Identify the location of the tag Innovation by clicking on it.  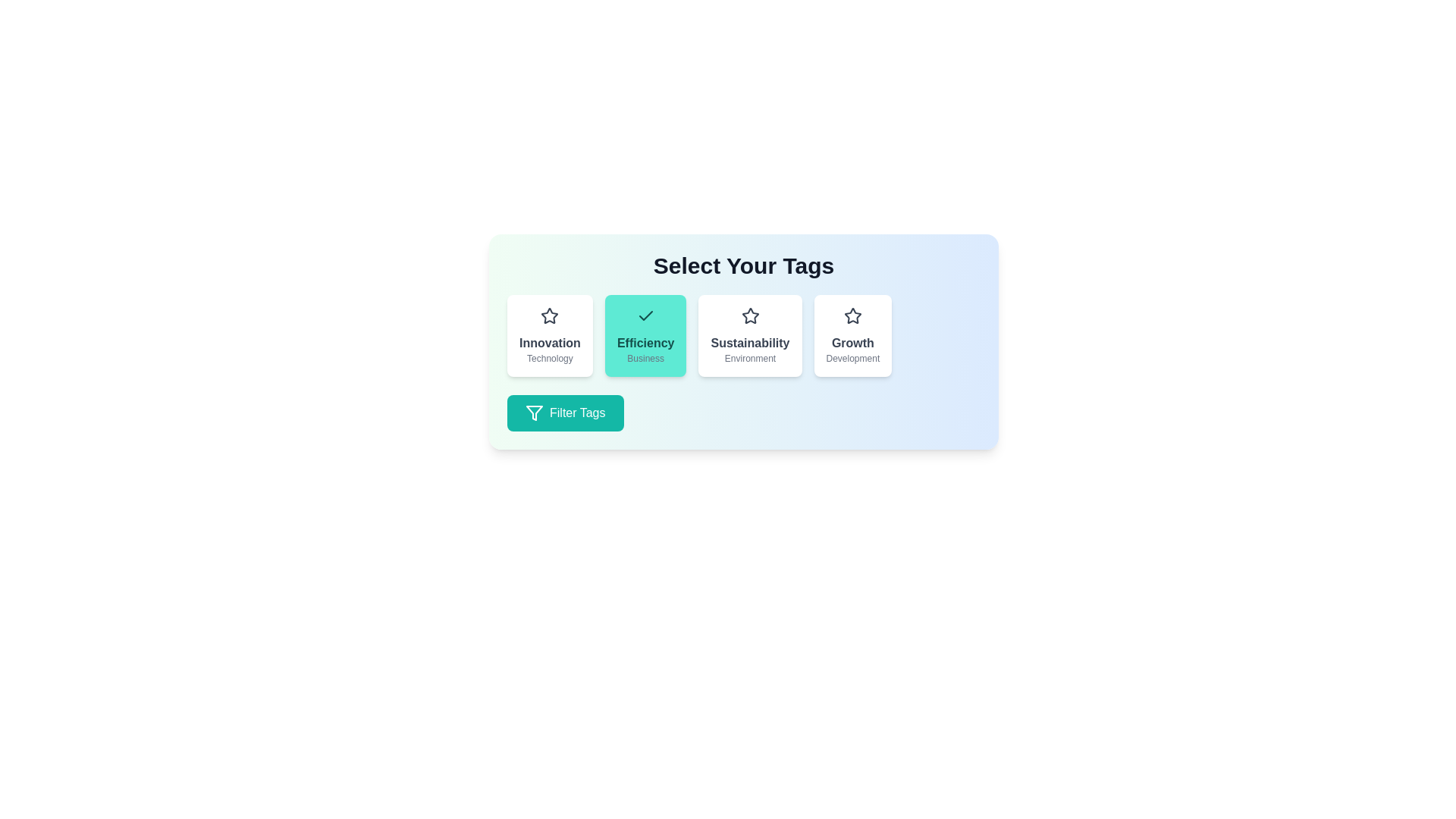
(549, 335).